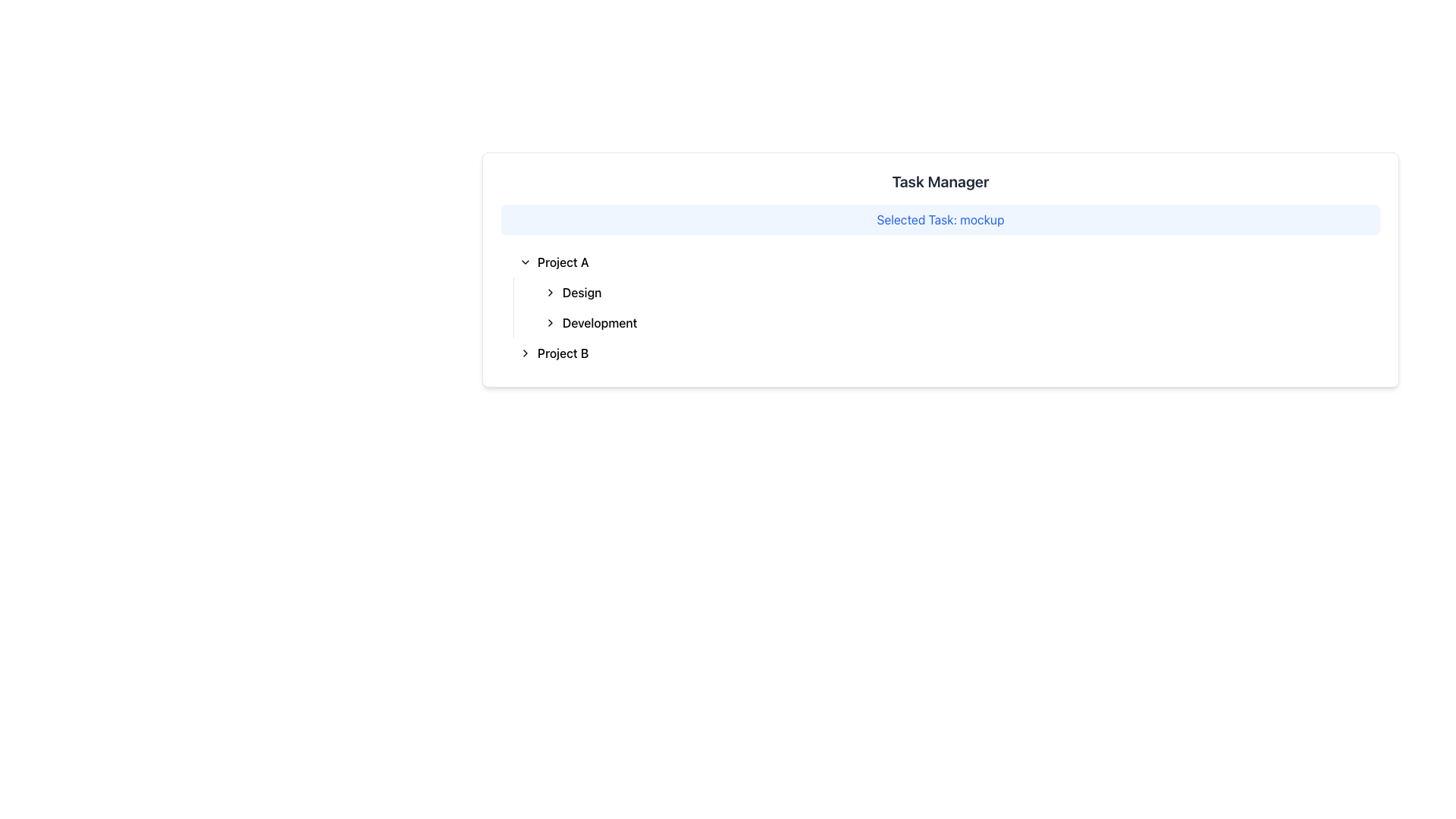 Image resolution: width=1456 pixels, height=819 pixels. I want to click on the 'Project B' text label in the Task Manager section of the vertical navigation menu, so click(562, 353).